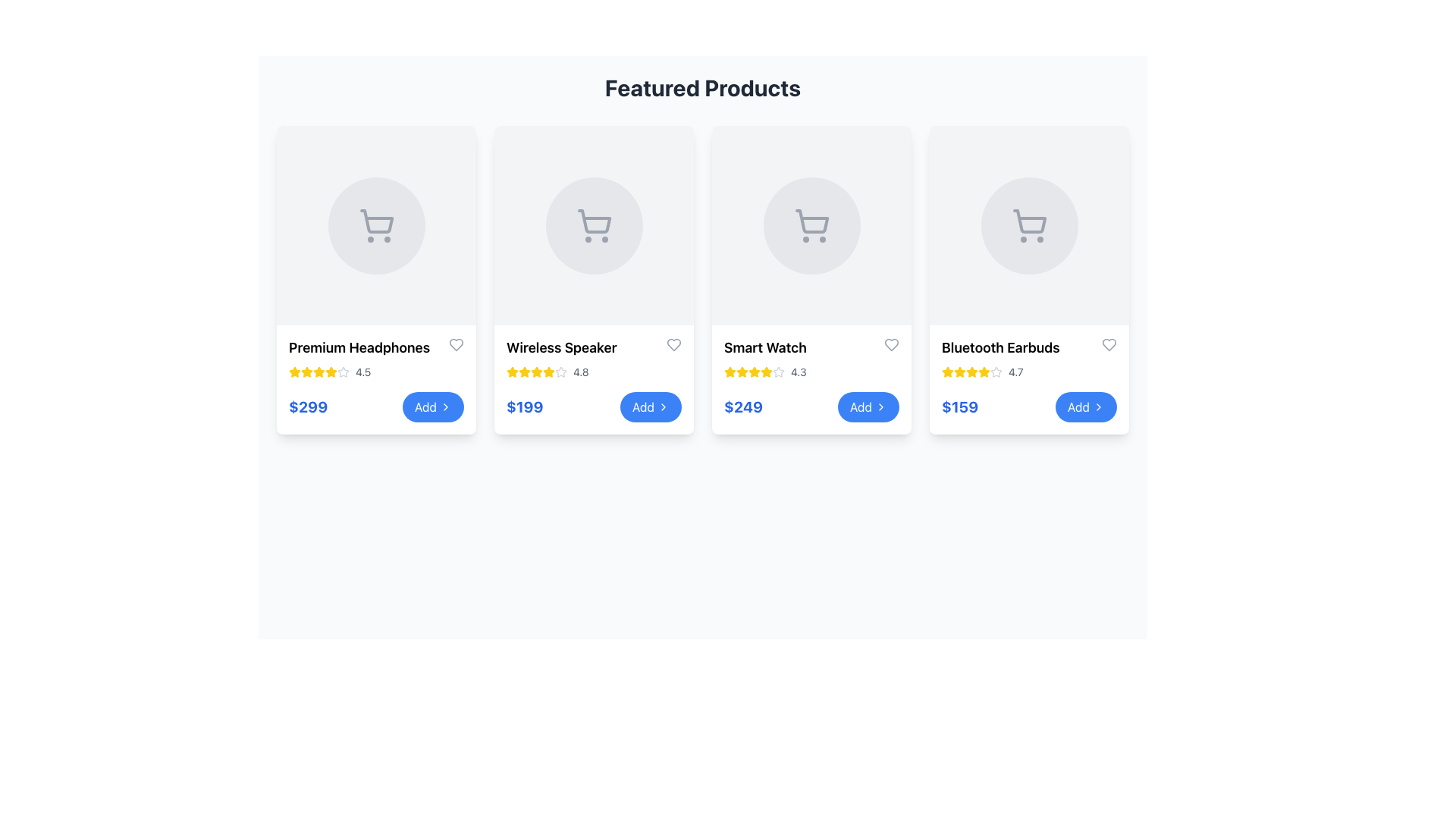 The height and width of the screenshot is (819, 1456). I want to click on the shopping cart icon, which is styled with a thin stroke and gray color, located in the center of the fourth product card for 'Bluetooth Earbuds', so click(1029, 225).